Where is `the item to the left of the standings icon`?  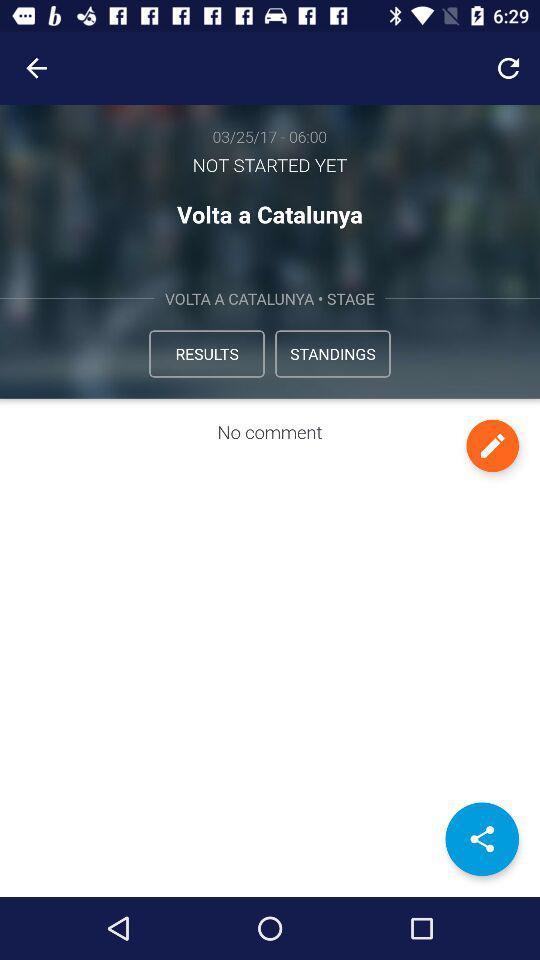
the item to the left of the standings icon is located at coordinates (205, 353).